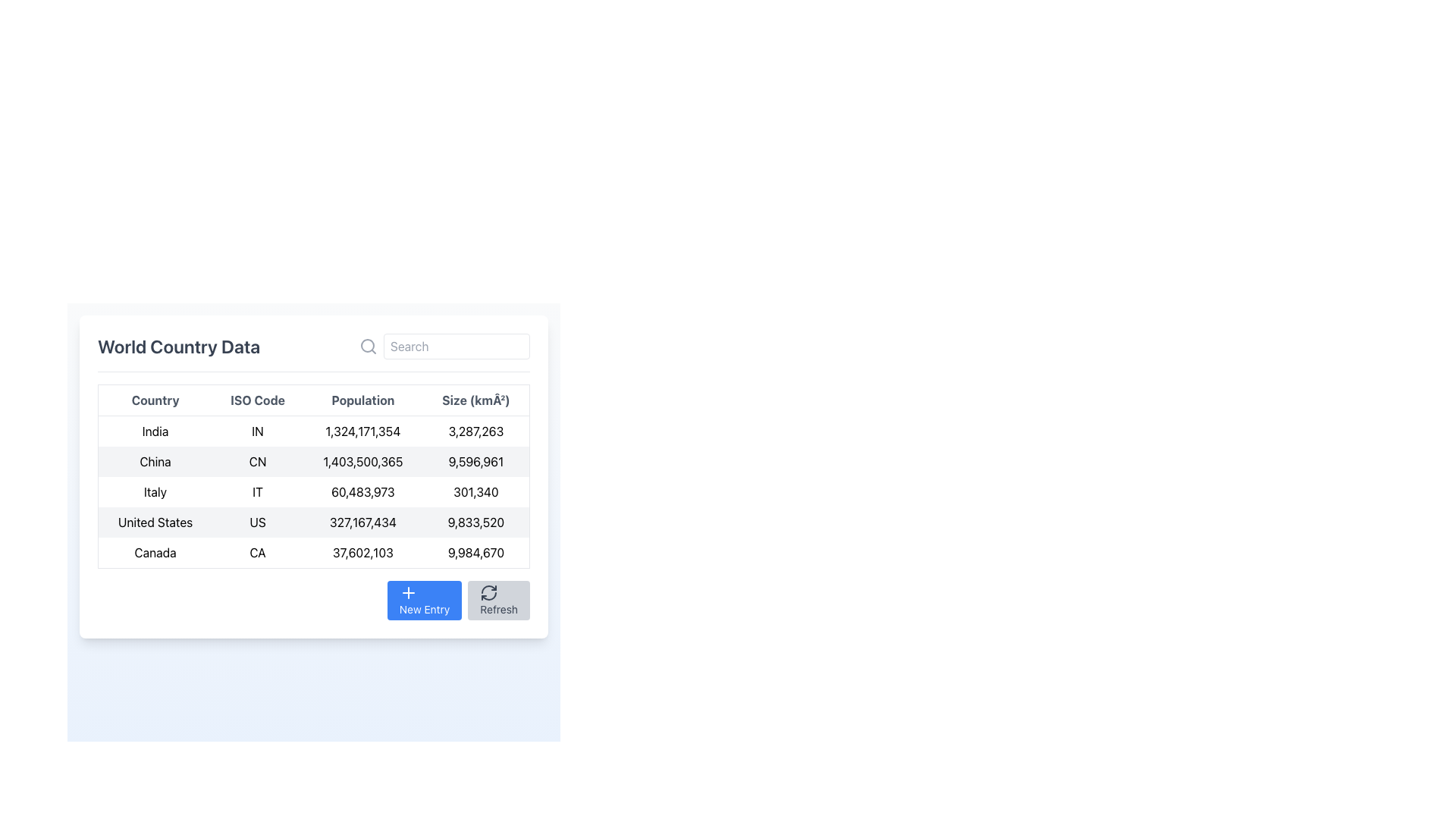 The image size is (1456, 819). What do you see at coordinates (155, 491) in the screenshot?
I see `the Text Display element that shows 'Italy' in the third row of the tabular data under the 'Country' column` at bounding box center [155, 491].